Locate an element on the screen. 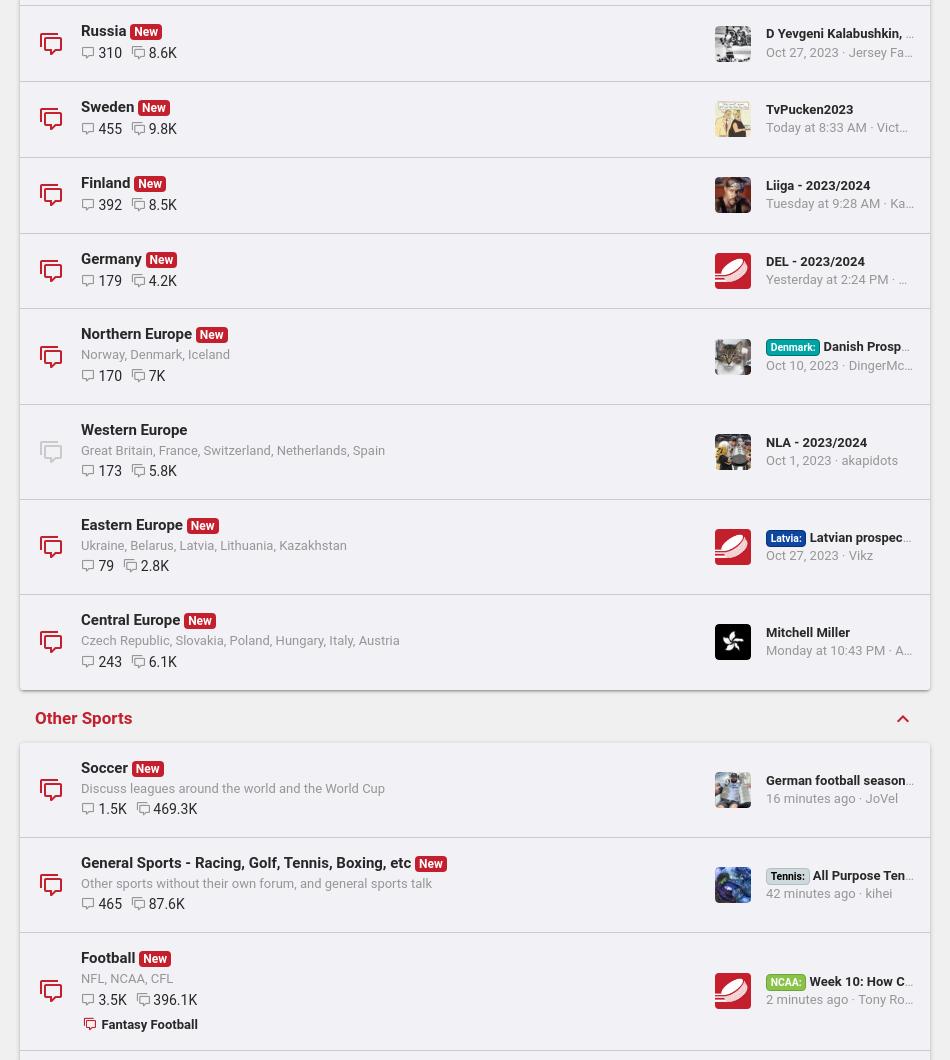 The image size is (950, 1060). 'eal' is located at coordinates (566, 126).